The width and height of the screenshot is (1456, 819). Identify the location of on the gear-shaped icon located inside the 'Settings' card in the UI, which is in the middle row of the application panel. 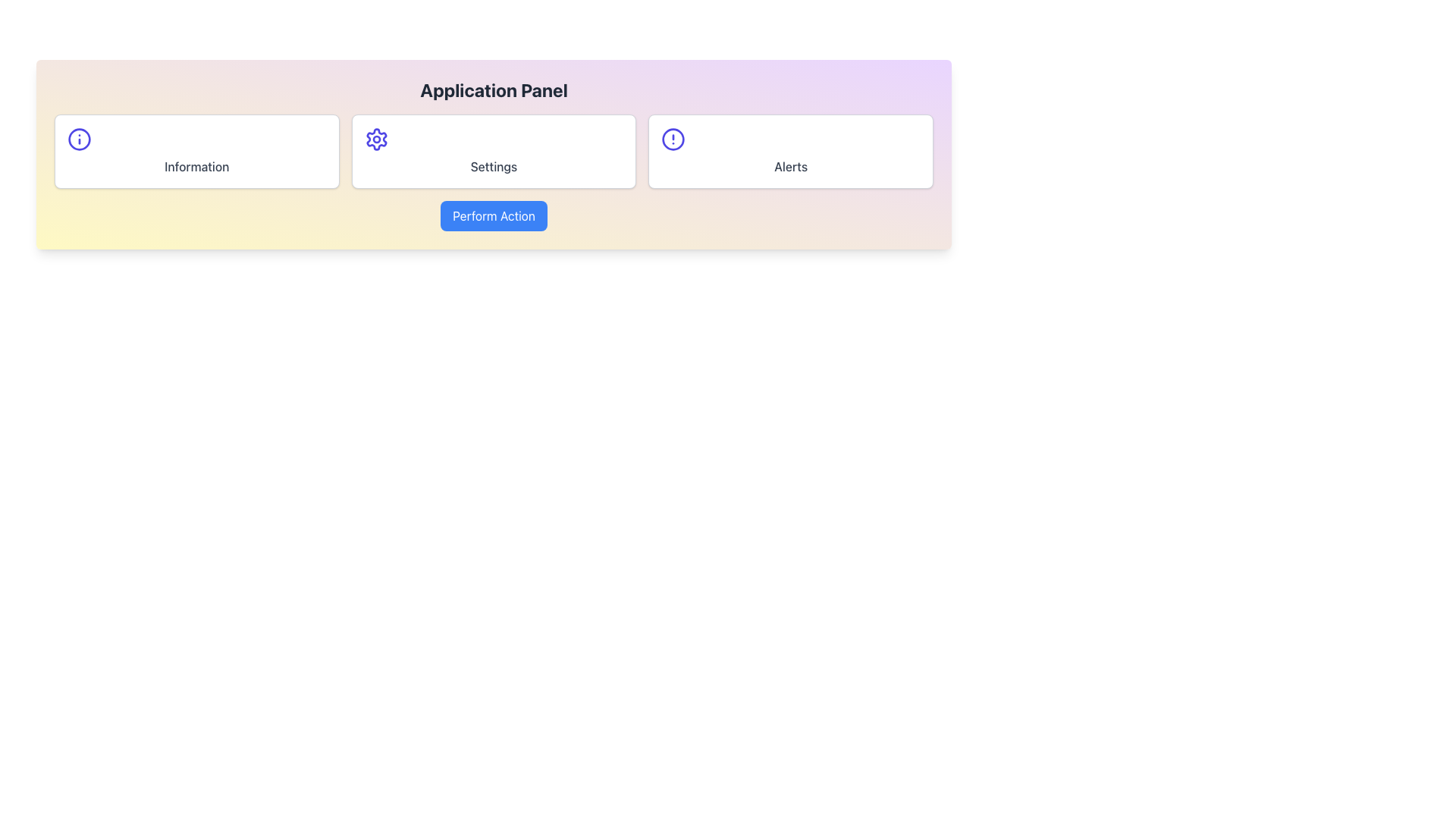
(376, 140).